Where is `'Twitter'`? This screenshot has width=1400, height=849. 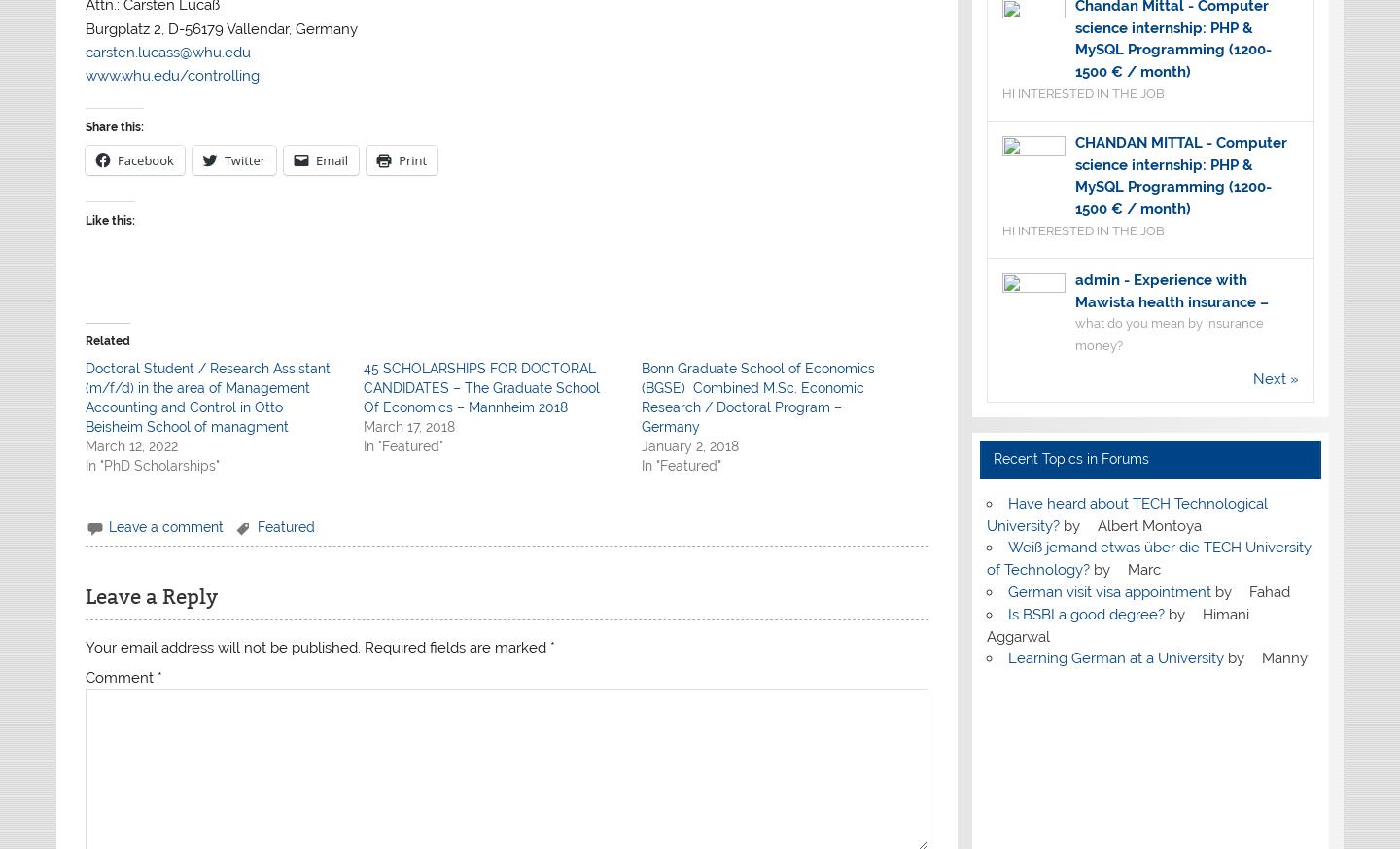 'Twitter' is located at coordinates (243, 159).